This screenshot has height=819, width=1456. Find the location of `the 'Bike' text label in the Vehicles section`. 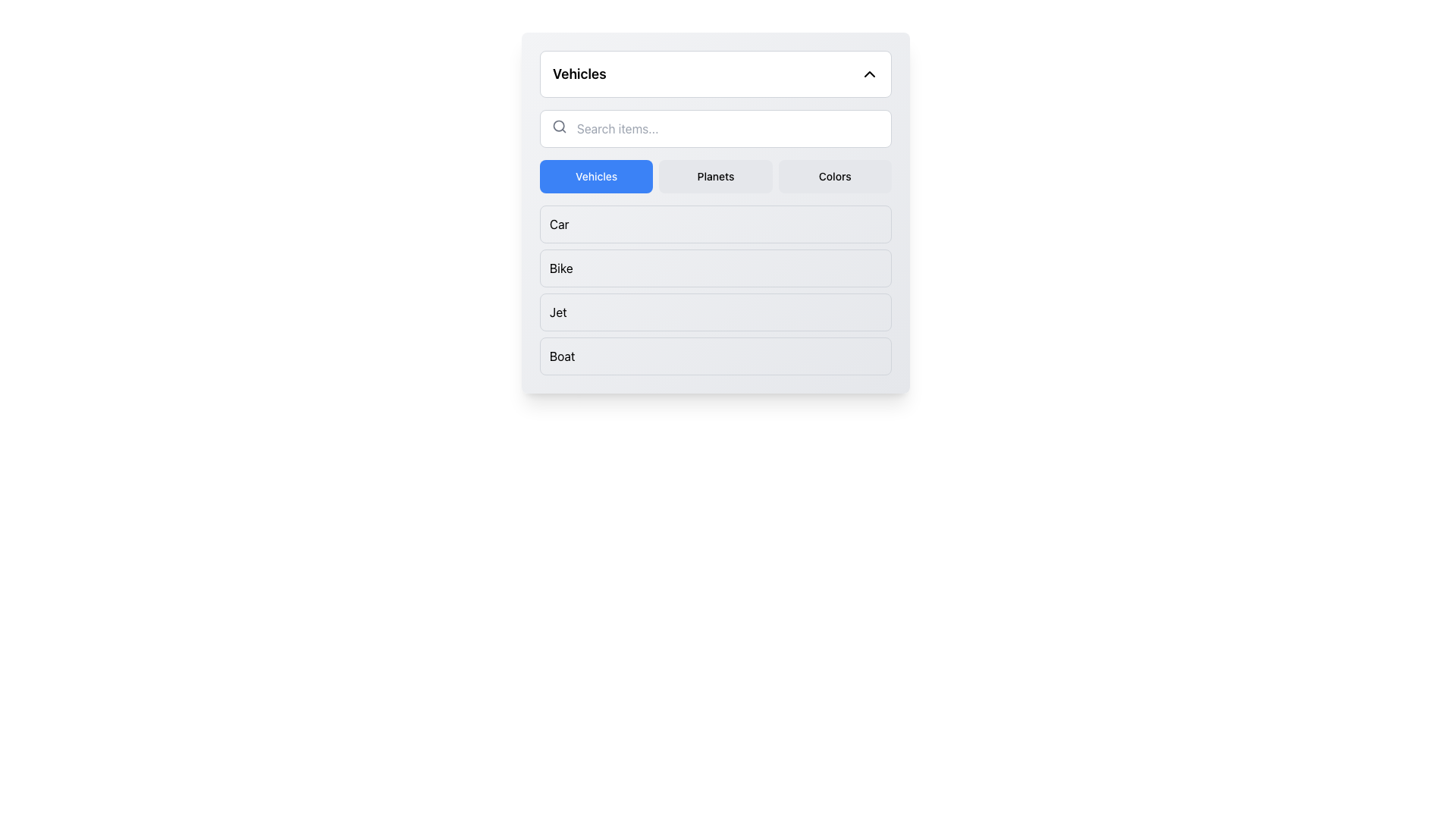

the 'Bike' text label in the Vehicles section is located at coordinates (560, 268).